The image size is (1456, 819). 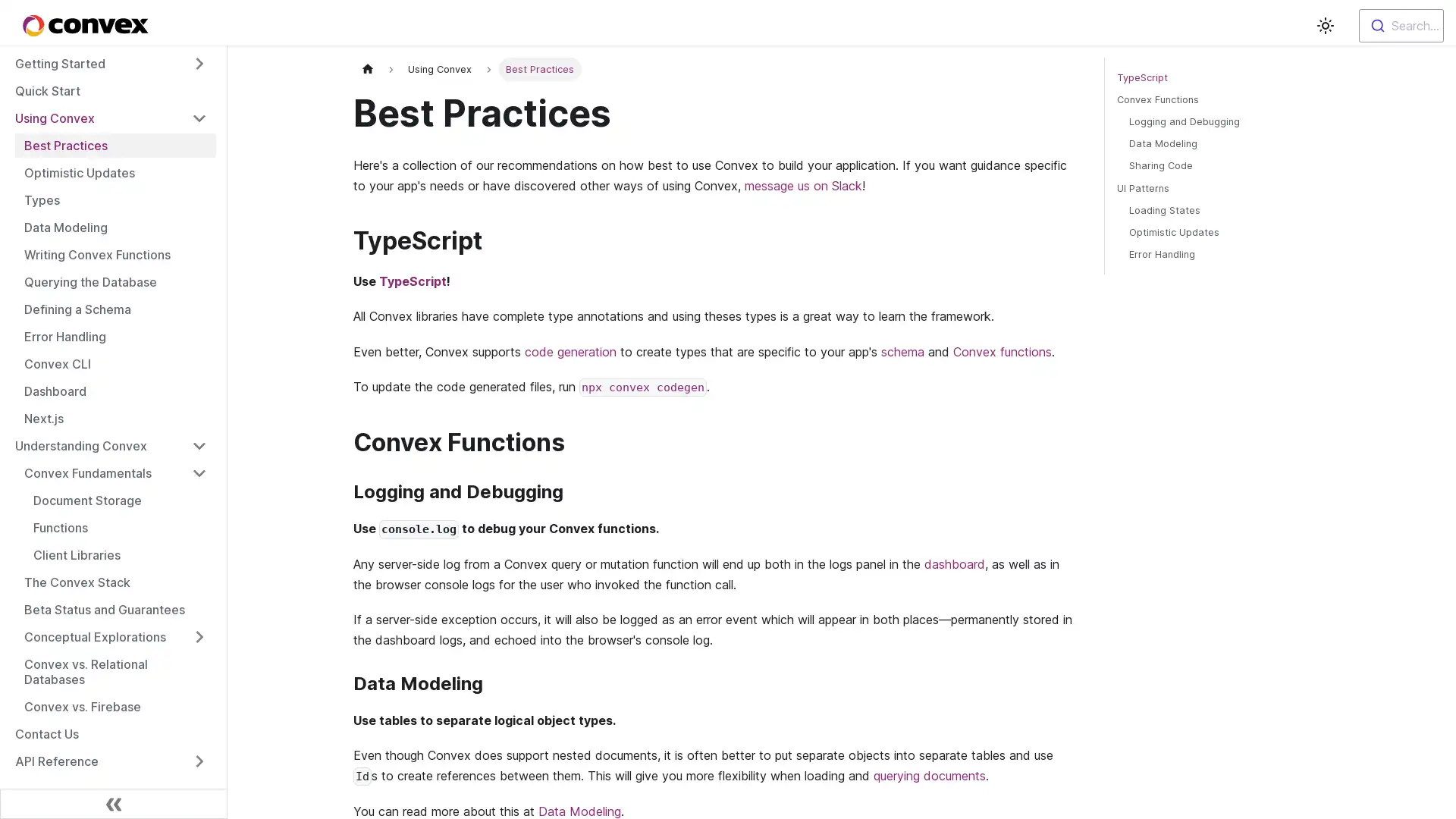 I want to click on Toggle the collapsible sidebar category 'API Reference', so click(x=199, y=761).